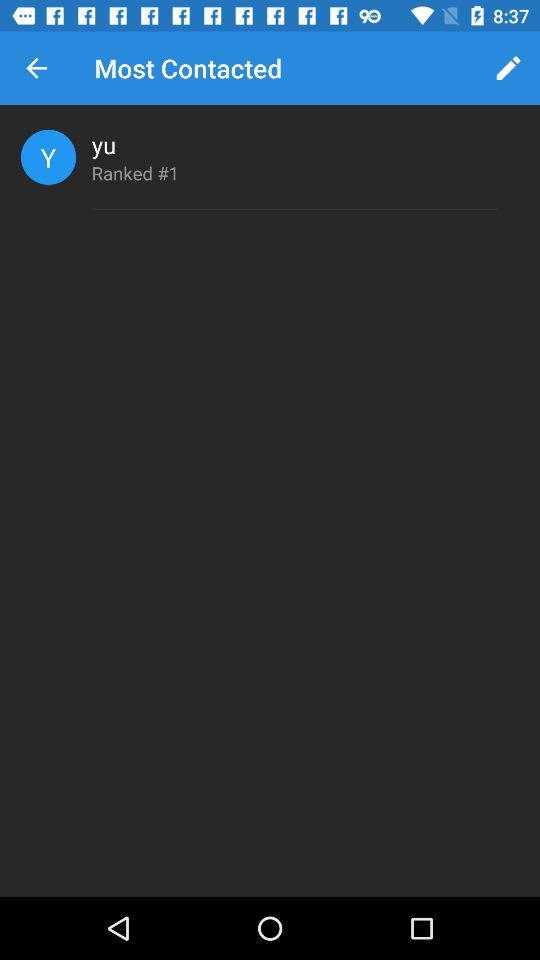  What do you see at coordinates (104, 143) in the screenshot?
I see `the yu item` at bounding box center [104, 143].